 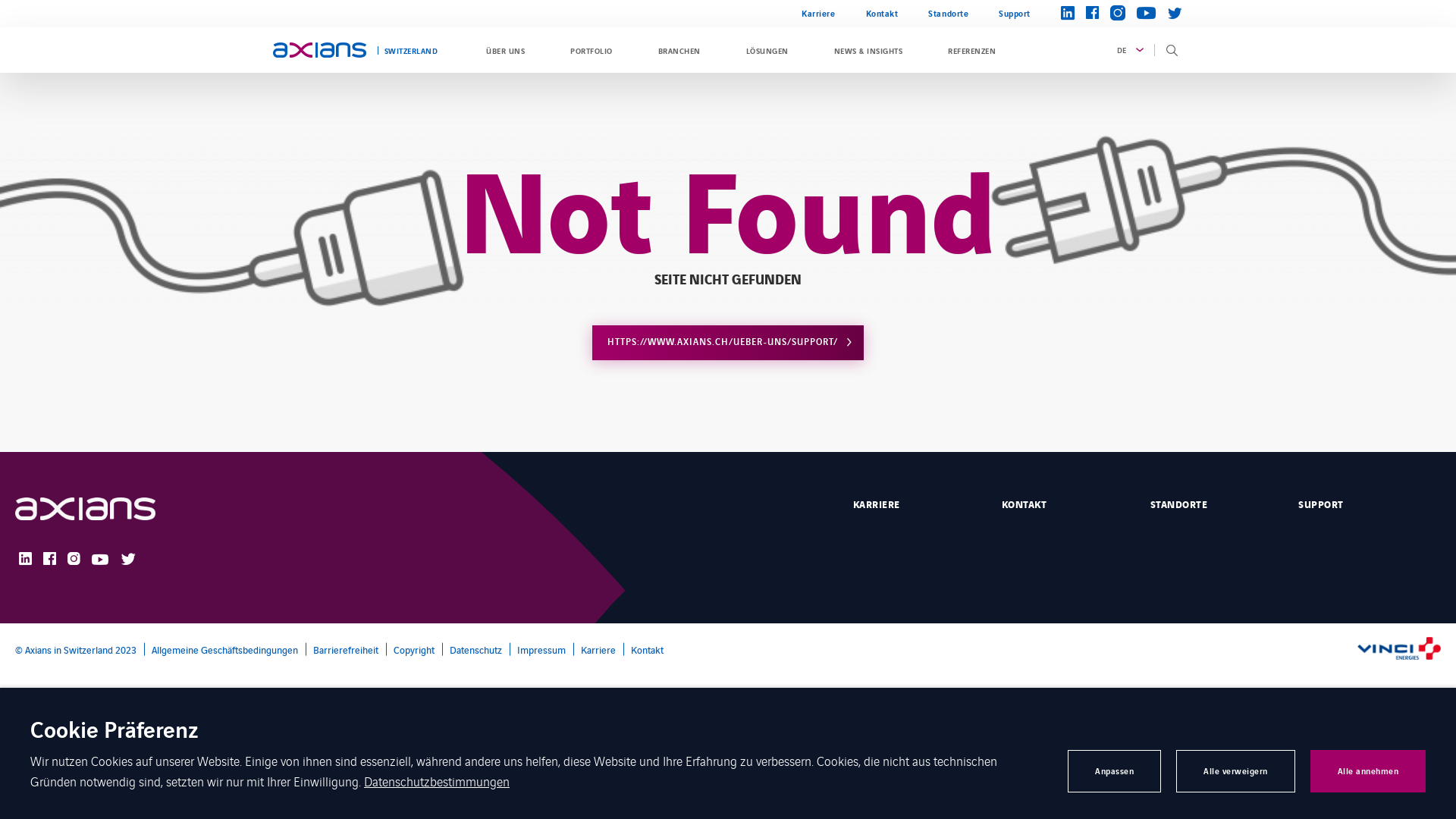 I want to click on 'REFERENZEN', so click(x=971, y=49).